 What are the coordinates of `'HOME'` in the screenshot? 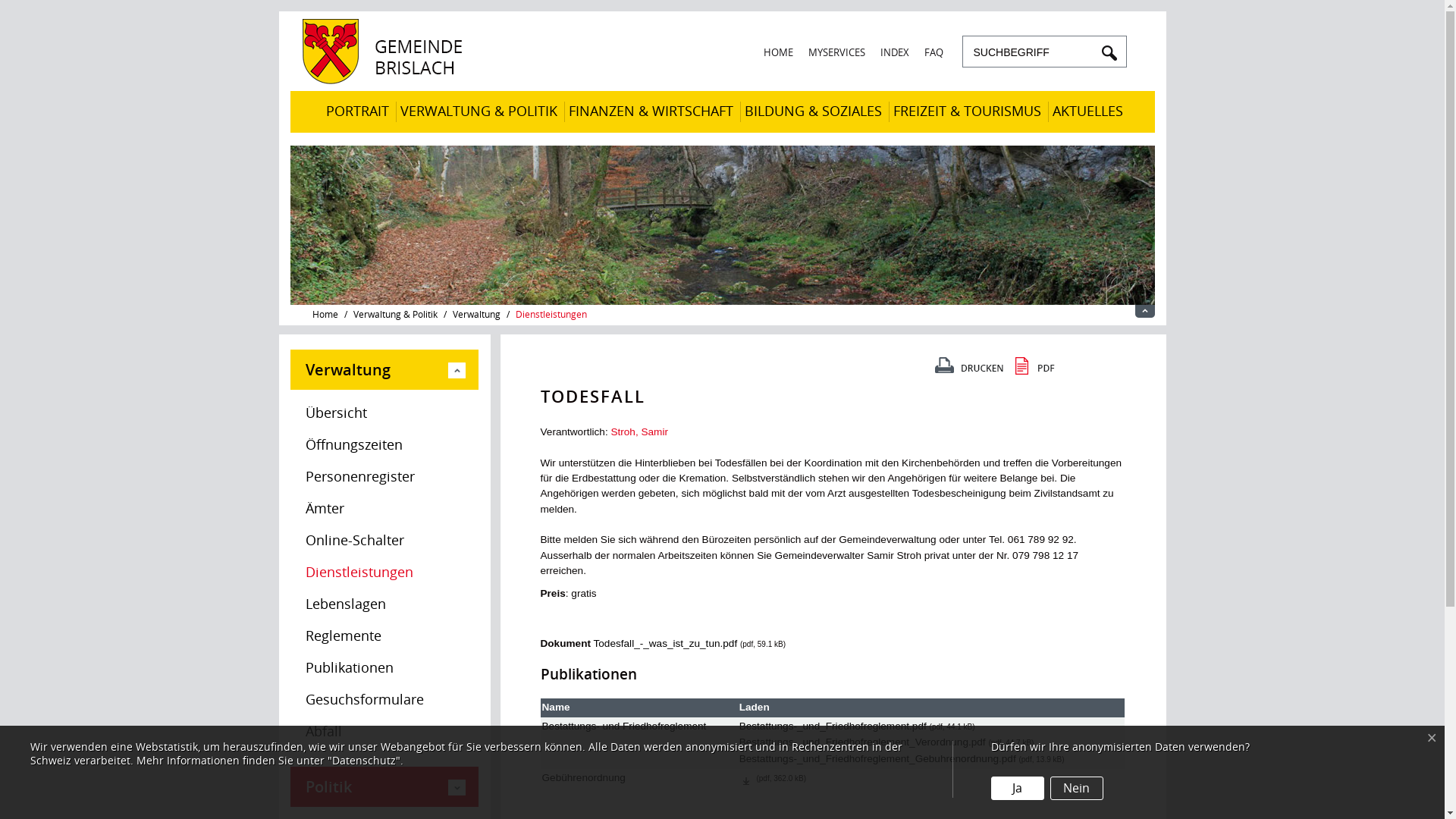 It's located at (777, 52).